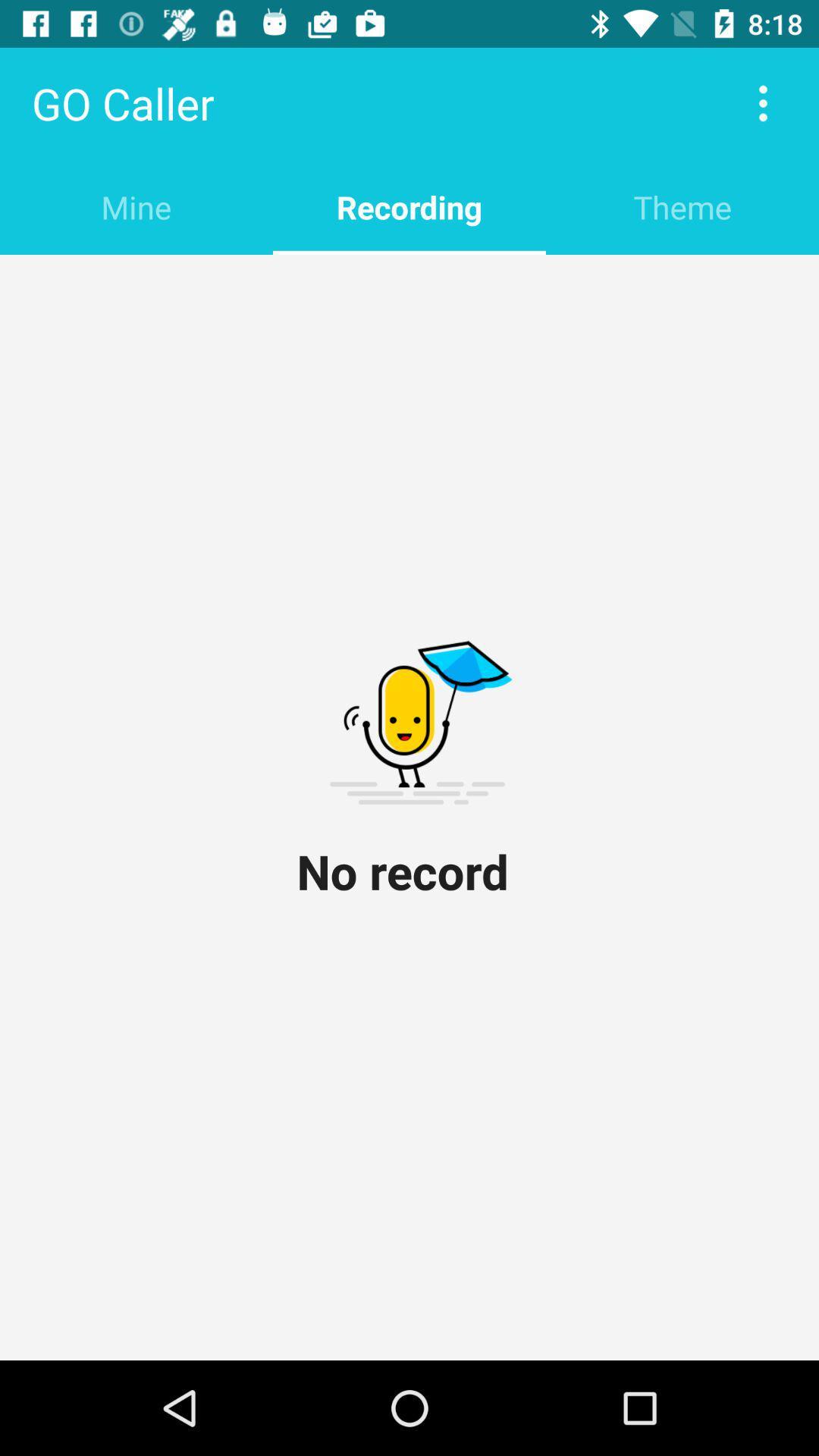 The image size is (819, 1456). I want to click on item next to theme item, so click(409, 206).